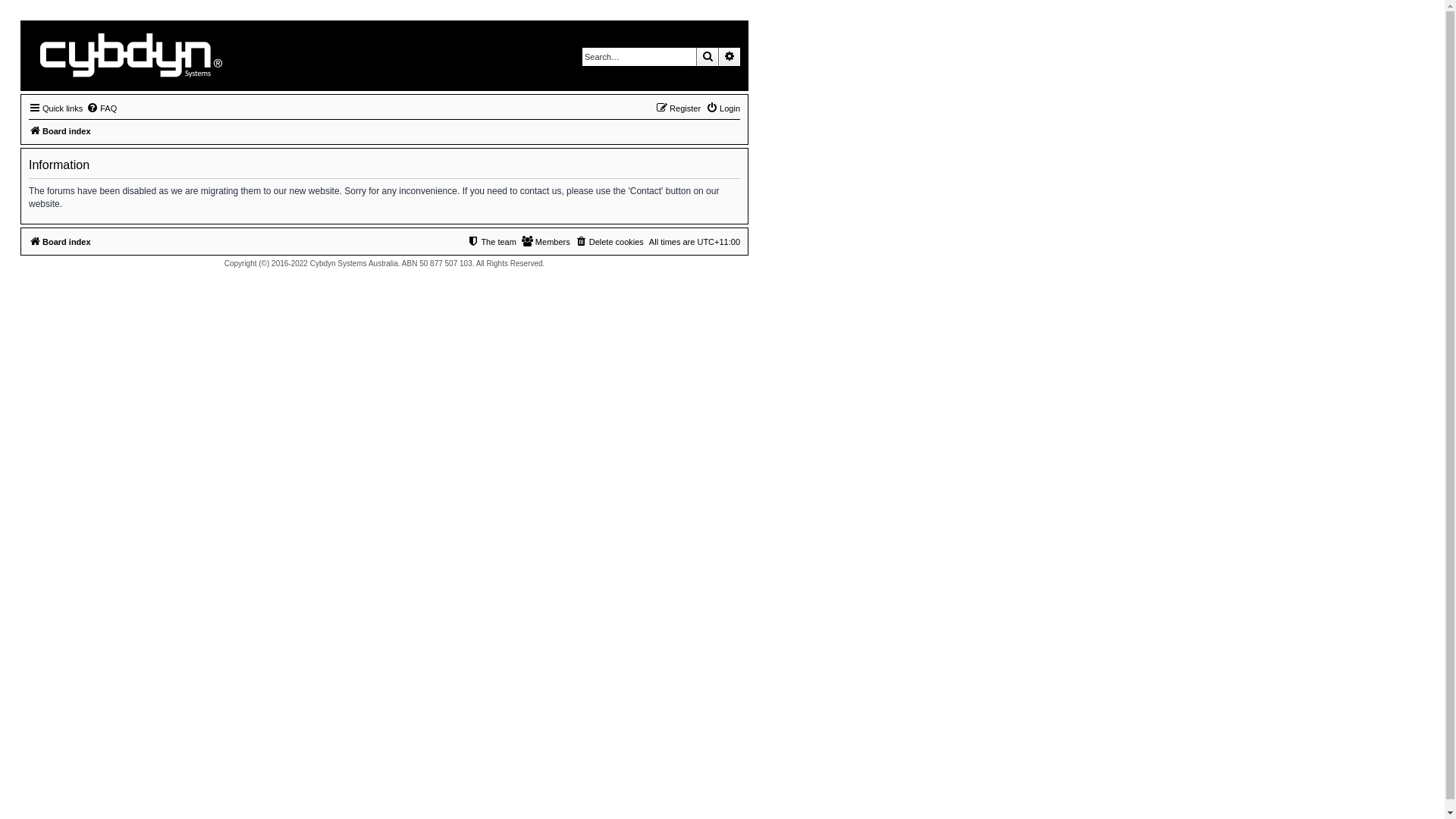  I want to click on 'Search', so click(706, 55).